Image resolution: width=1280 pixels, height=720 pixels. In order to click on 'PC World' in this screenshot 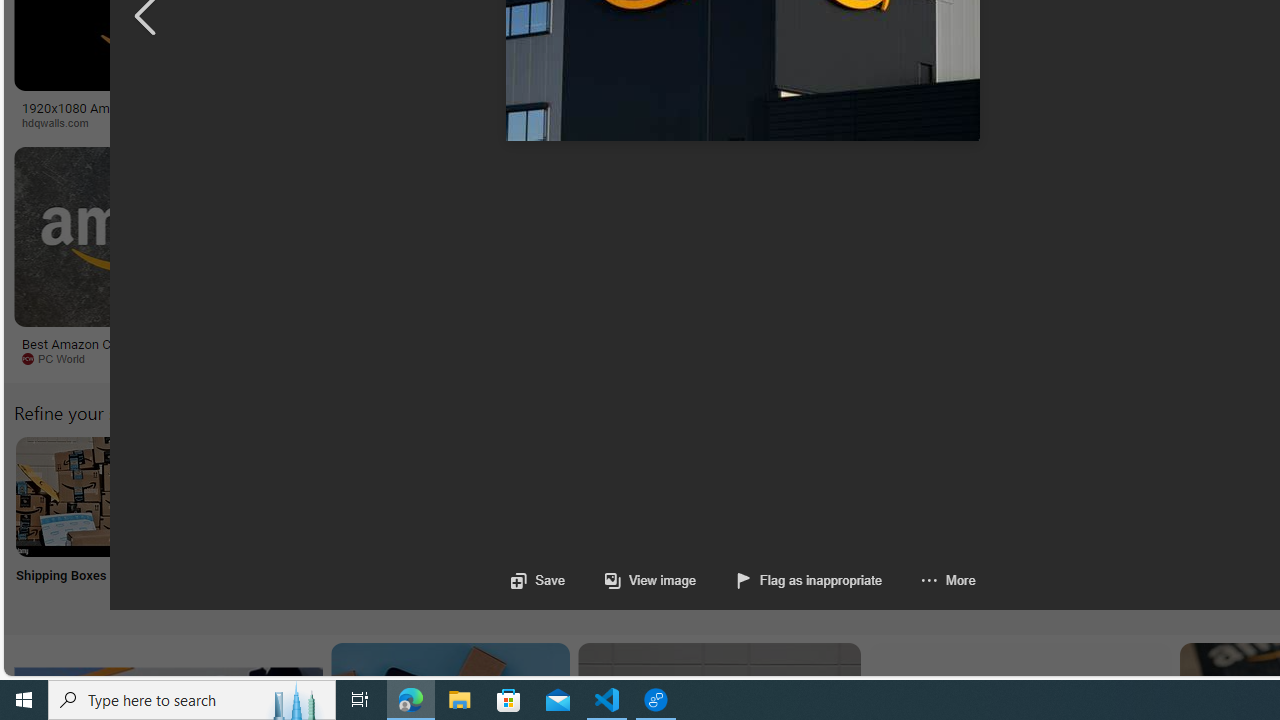, I will do `click(60, 357)`.